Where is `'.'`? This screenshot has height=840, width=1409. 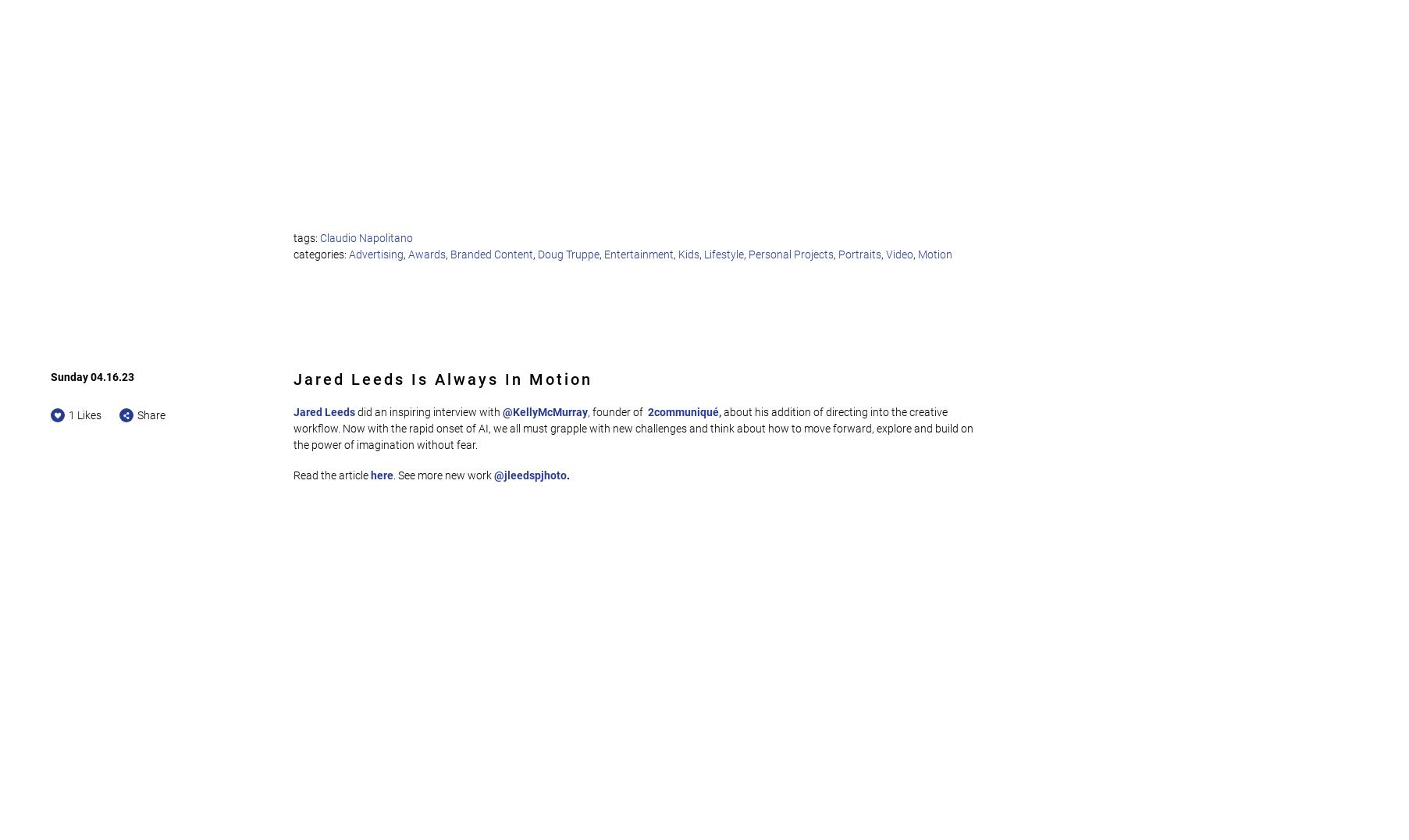
'.' is located at coordinates (567, 475).